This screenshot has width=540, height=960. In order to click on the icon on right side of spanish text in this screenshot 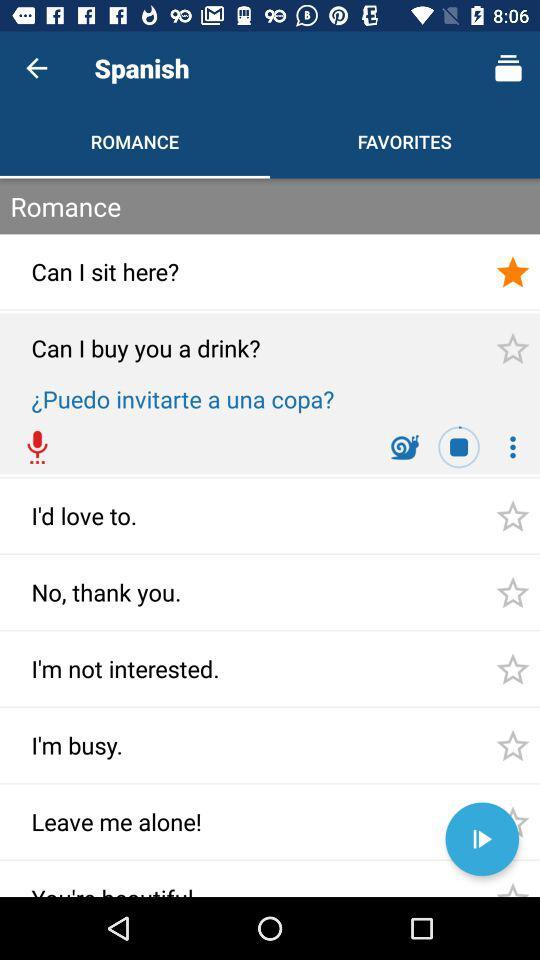, I will do `click(508, 68)`.